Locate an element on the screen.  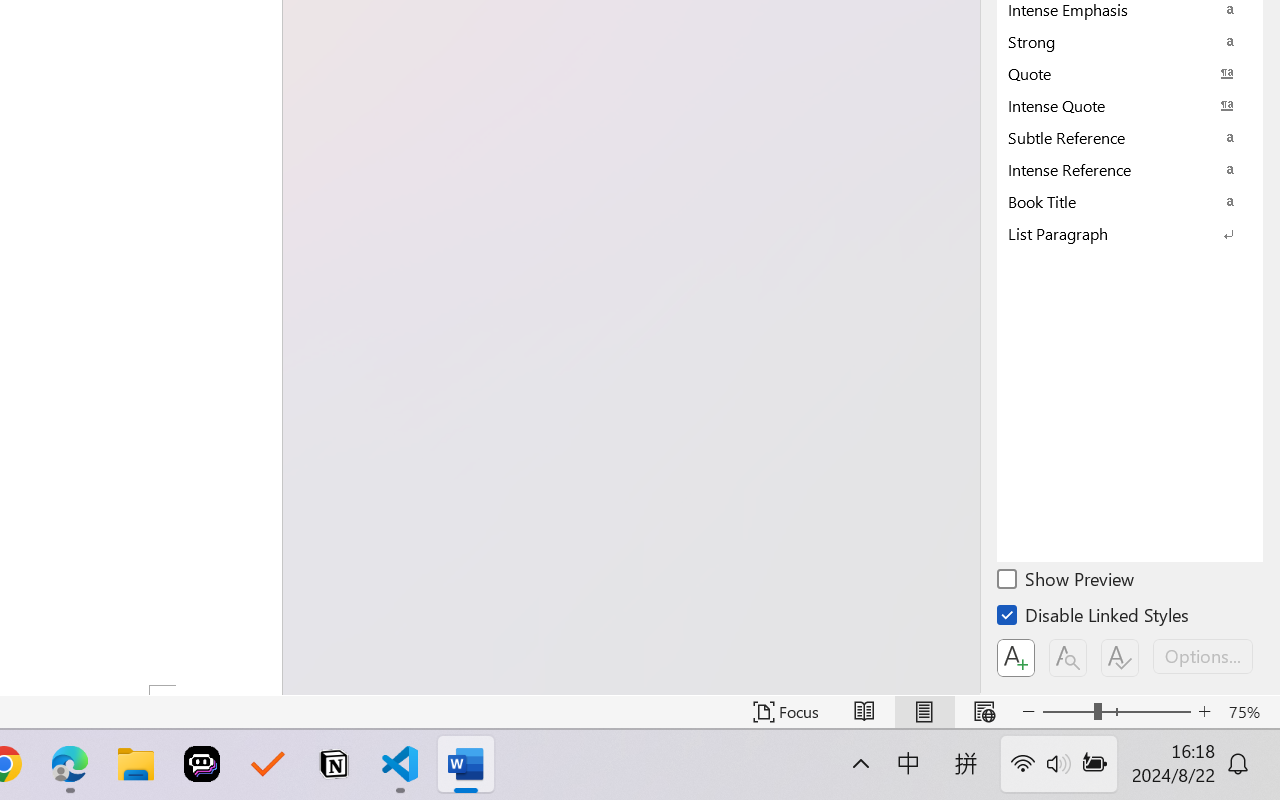
'Intense Quote' is located at coordinates (1130, 104).